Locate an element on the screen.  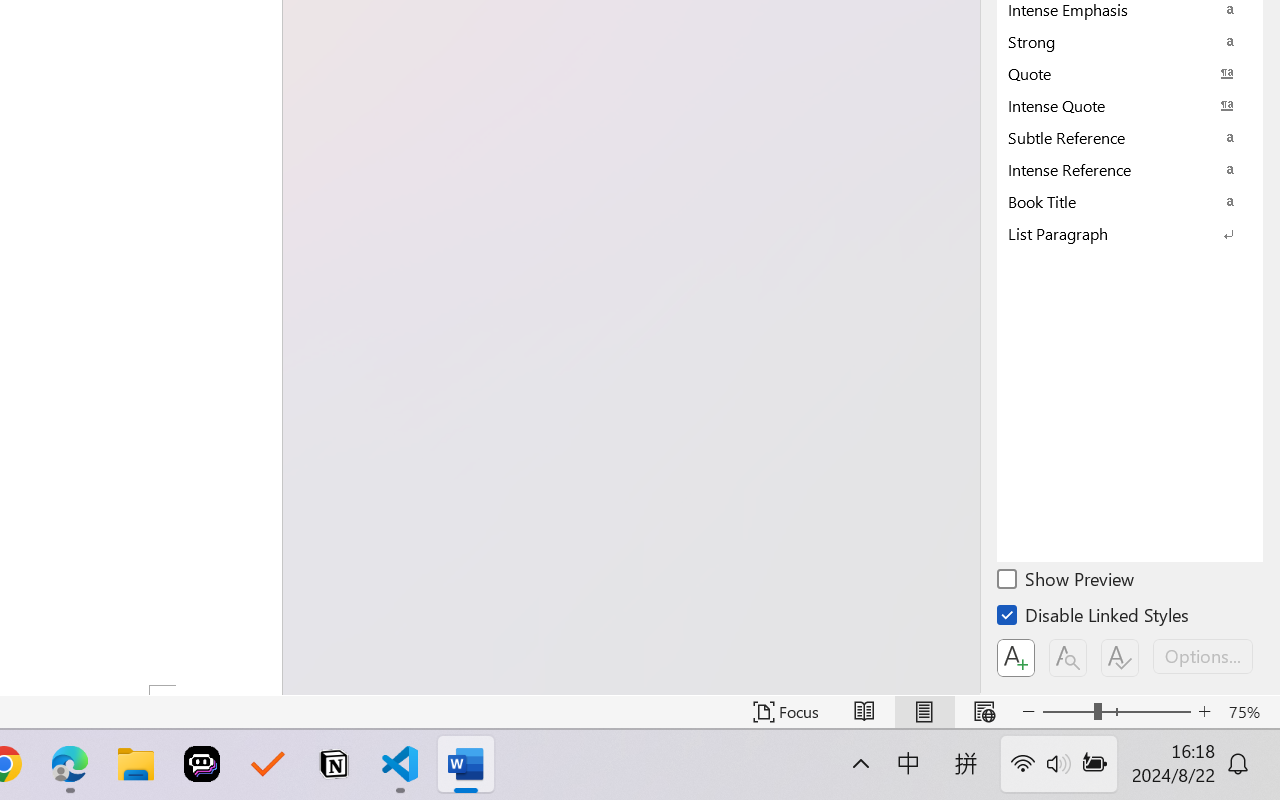
'Intense Quote' is located at coordinates (1130, 104).